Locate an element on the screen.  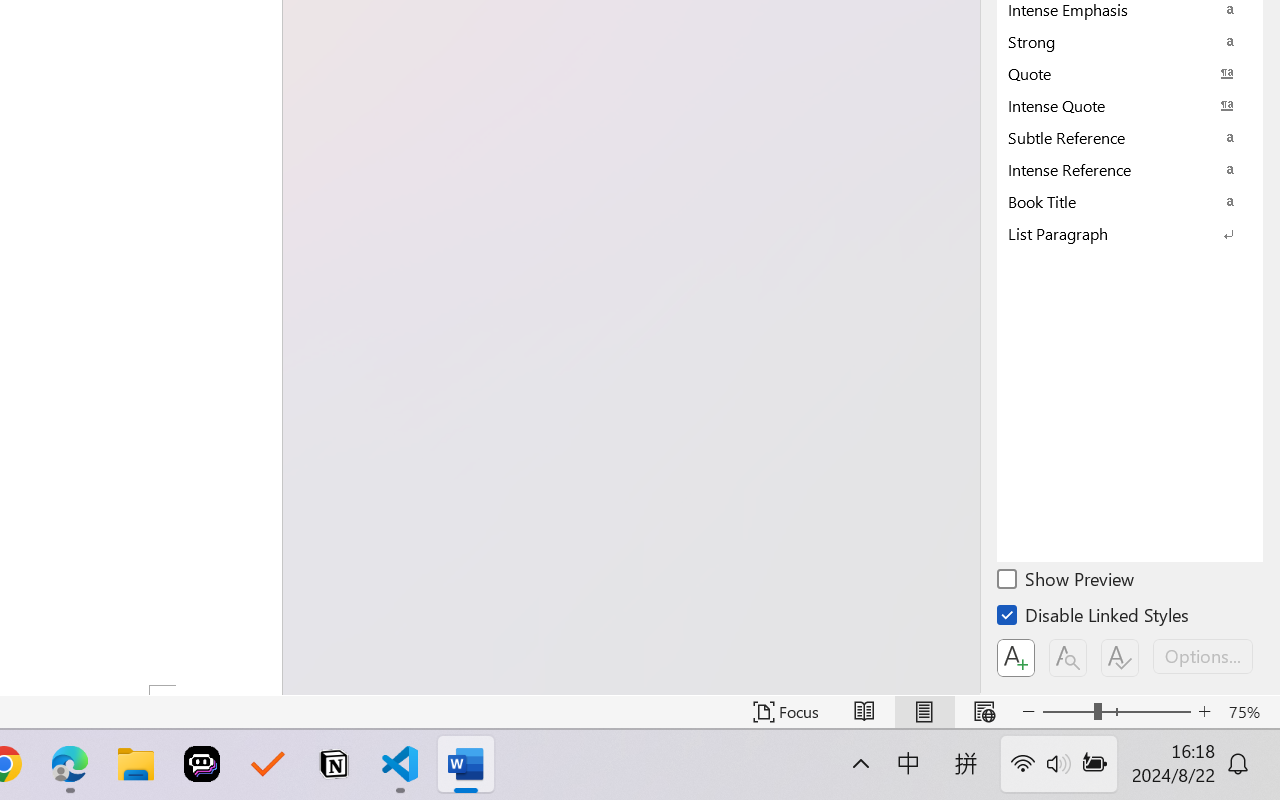
'Intense Quote' is located at coordinates (1130, 104).